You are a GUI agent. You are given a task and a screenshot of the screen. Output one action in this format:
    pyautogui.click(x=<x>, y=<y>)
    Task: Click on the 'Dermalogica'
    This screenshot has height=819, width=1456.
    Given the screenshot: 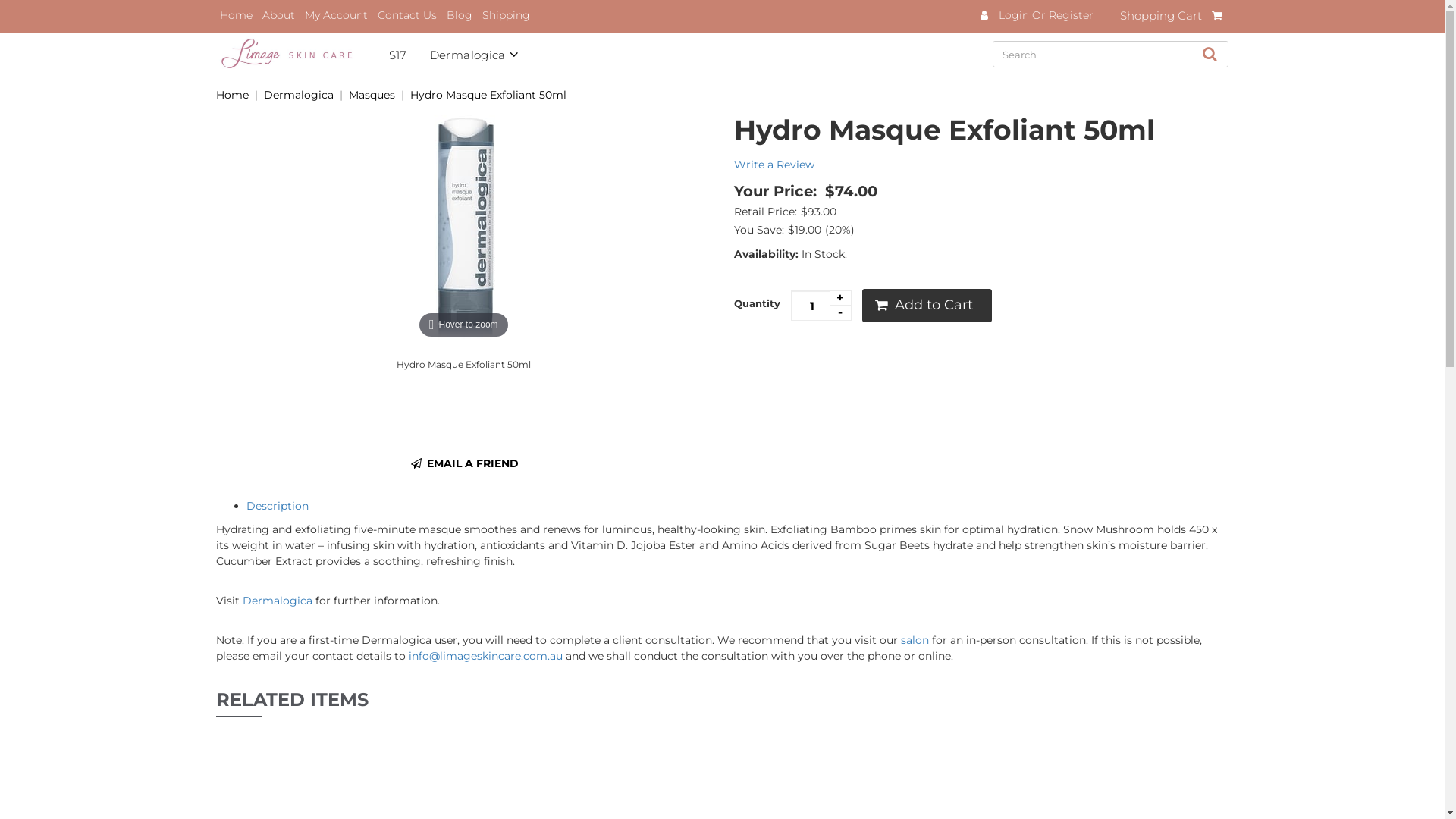 What is the action you would take?
    pyautogui.click(x=298, y=94)
    